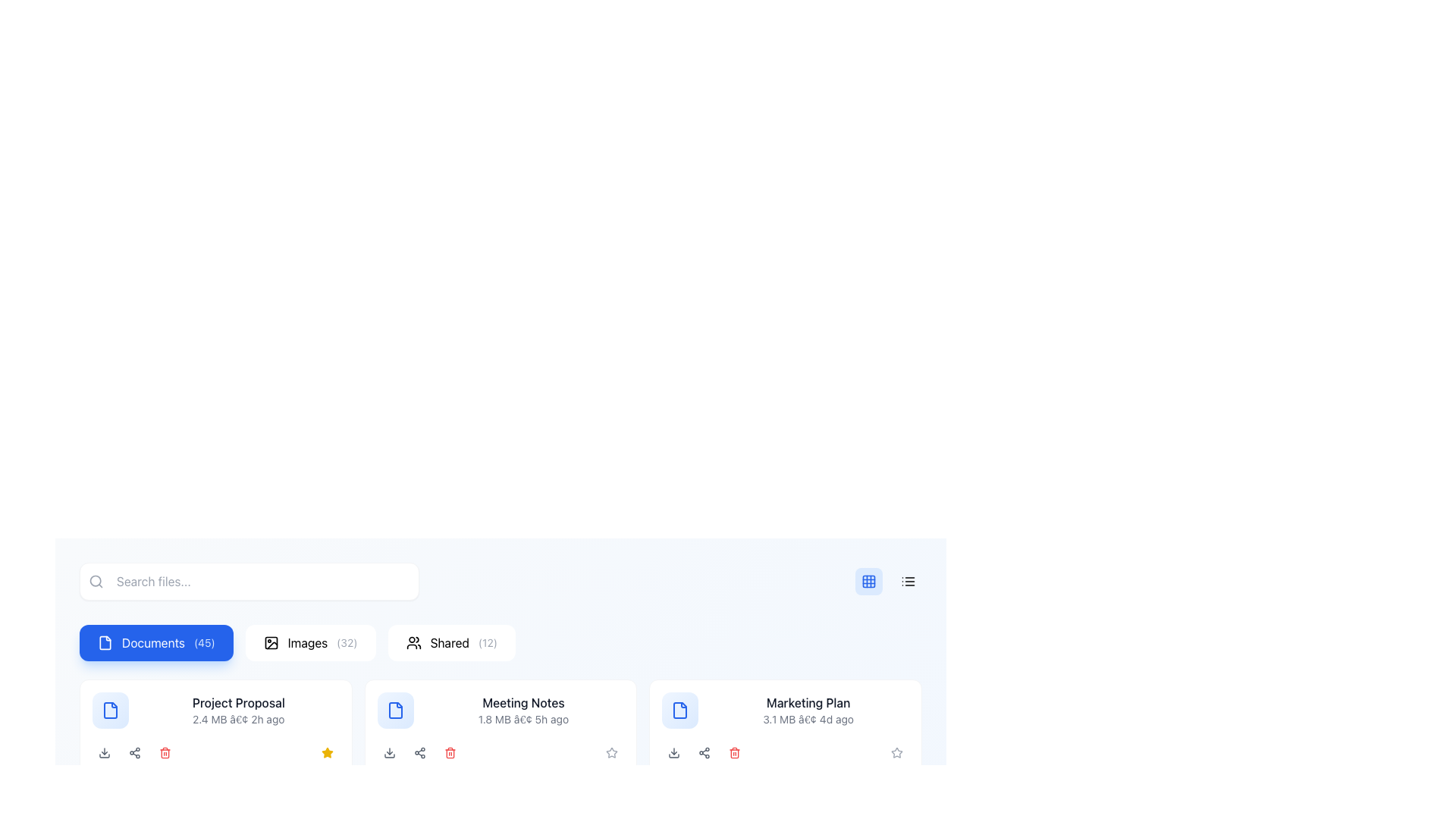 Image resolution: width=1456 pixels, height=819 pixels. What do you see at coordinates (326, 752) in the screenshot?
I see `the toggleable star icon for favoriting located at the far right of the metadata row for 'Meeting Notes'` at bounding box center [326, 752].